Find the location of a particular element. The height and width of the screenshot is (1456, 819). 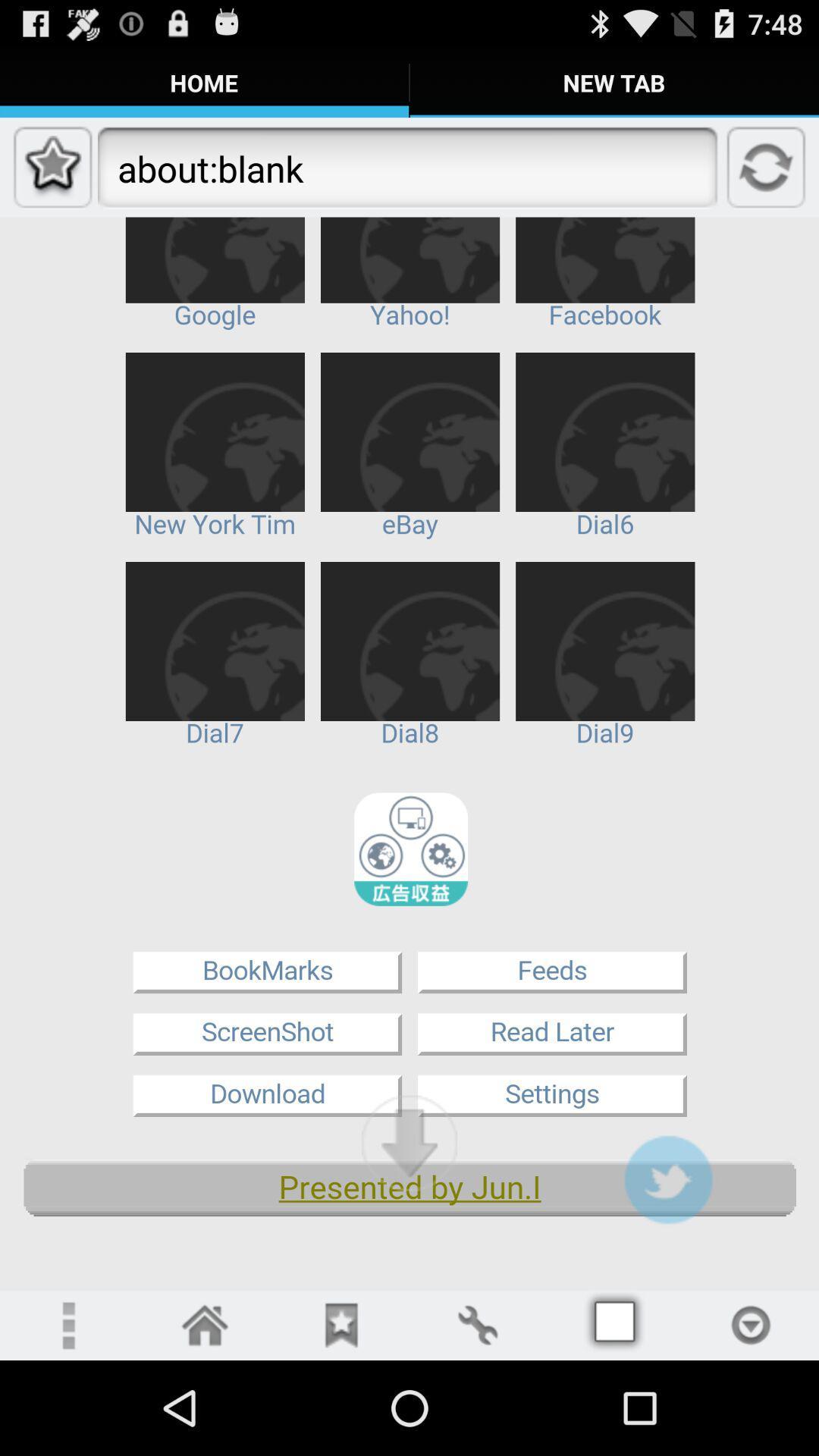

the home icon is located at coordinates (205, 1417).